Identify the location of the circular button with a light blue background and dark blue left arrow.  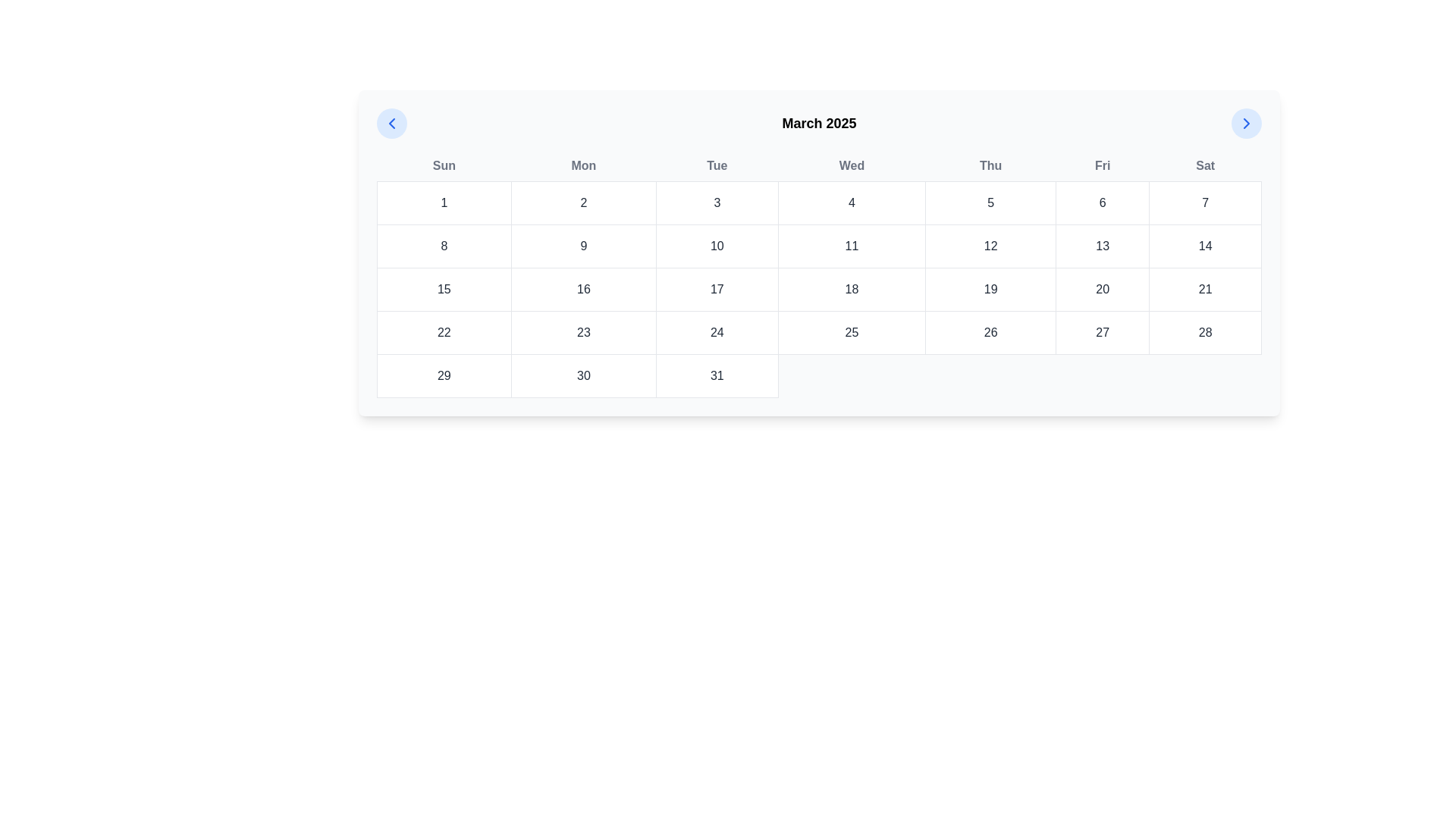
(392, 122).